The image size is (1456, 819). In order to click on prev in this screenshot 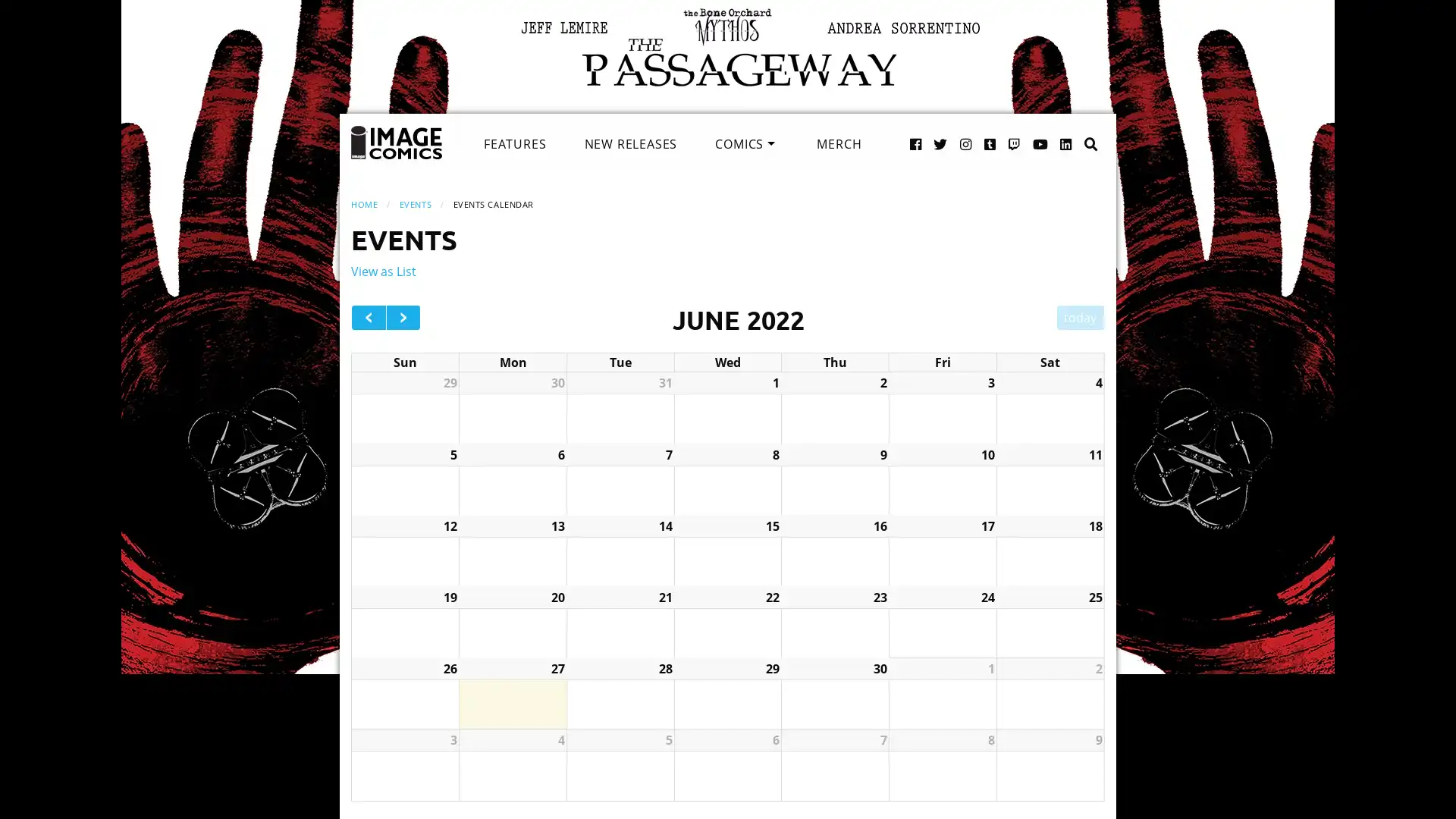, I will do `click(368, 316)`.